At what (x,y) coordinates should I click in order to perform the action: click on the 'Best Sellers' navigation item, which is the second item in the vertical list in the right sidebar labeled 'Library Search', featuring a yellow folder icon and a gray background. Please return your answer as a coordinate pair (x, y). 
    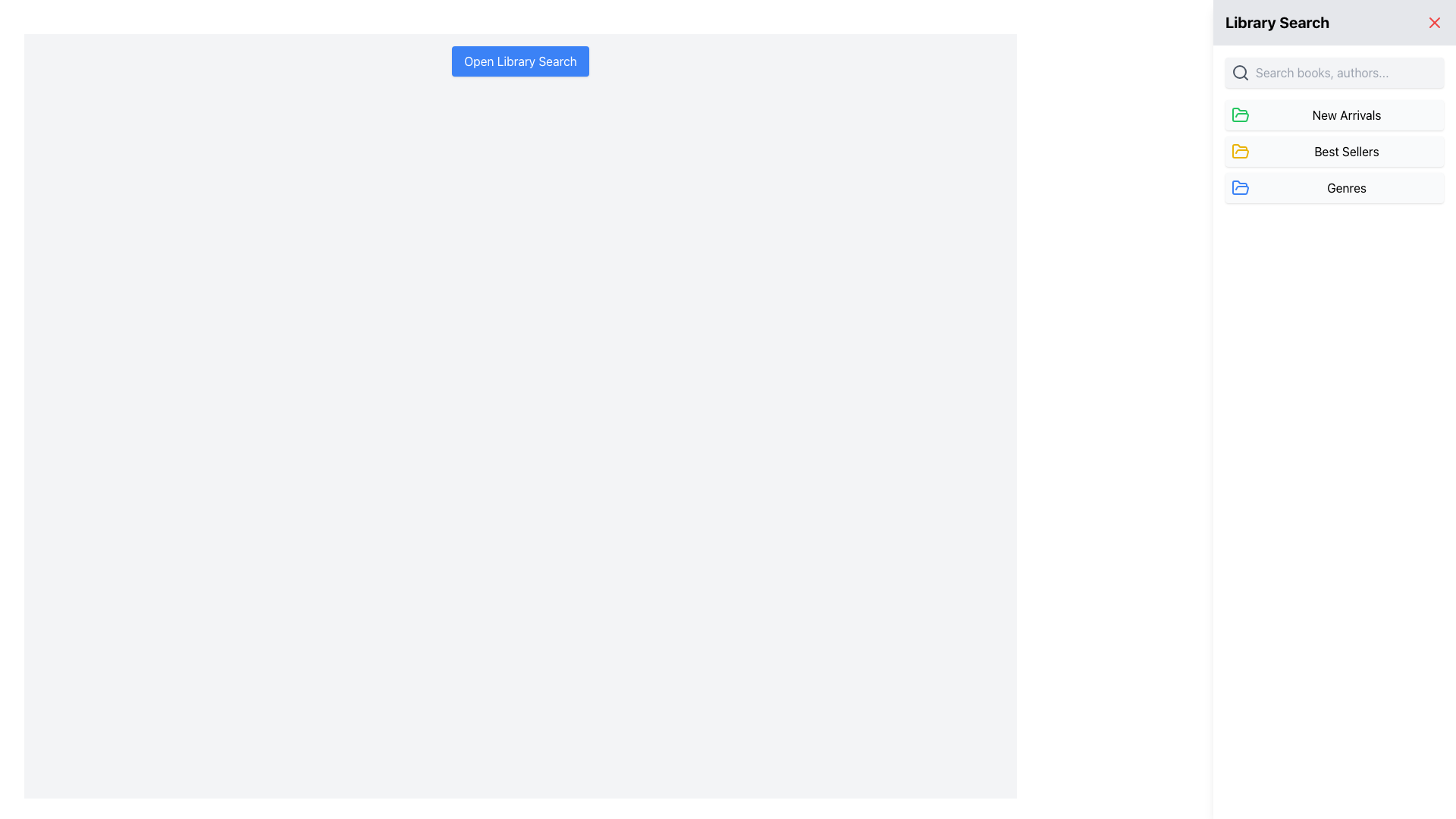
    Looking at the image, I should click on (1335, 152).